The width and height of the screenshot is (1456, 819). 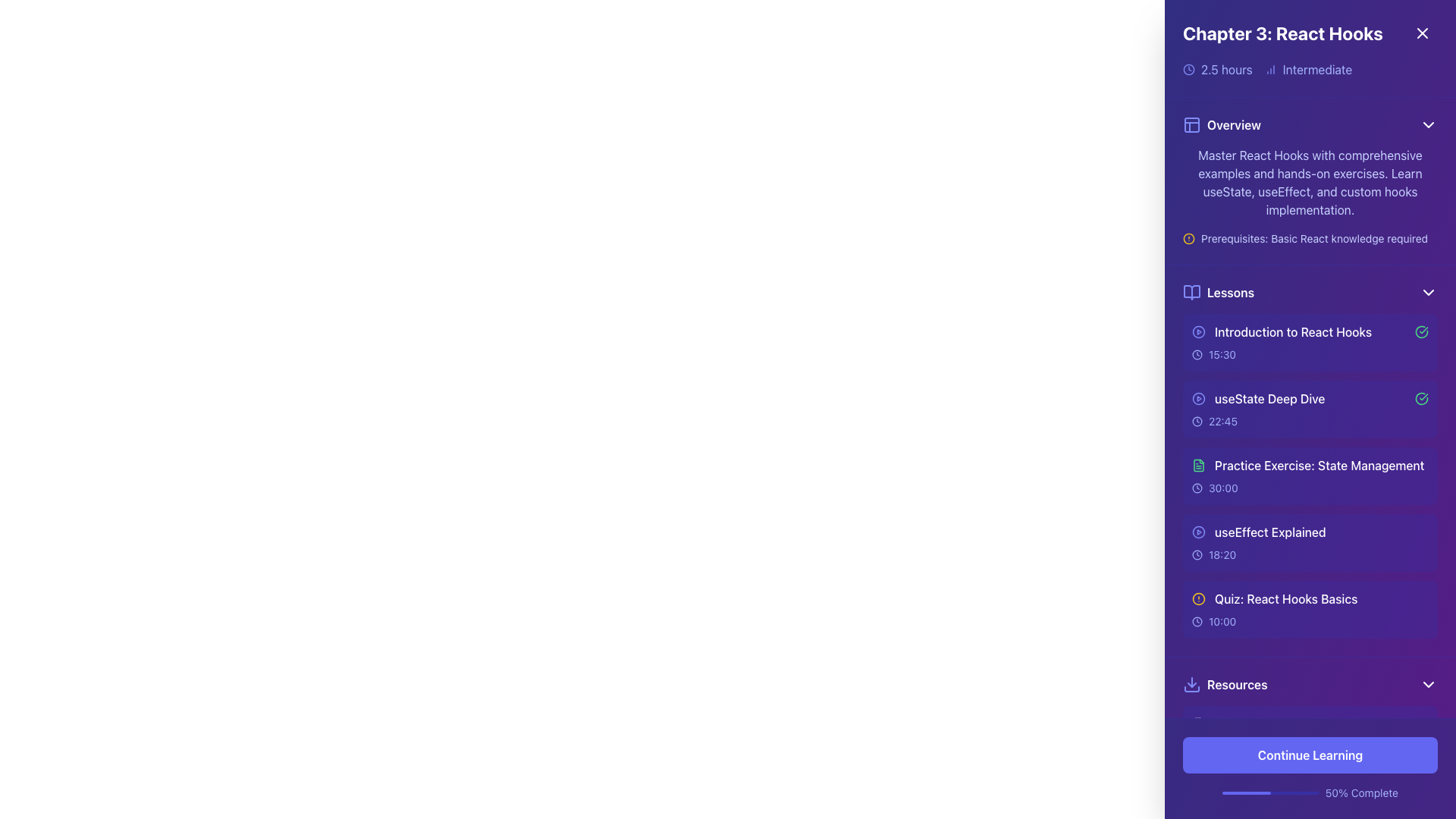 I want to click on the 'useEffect Explained' button-like list item, so click(x=1259, y=532).